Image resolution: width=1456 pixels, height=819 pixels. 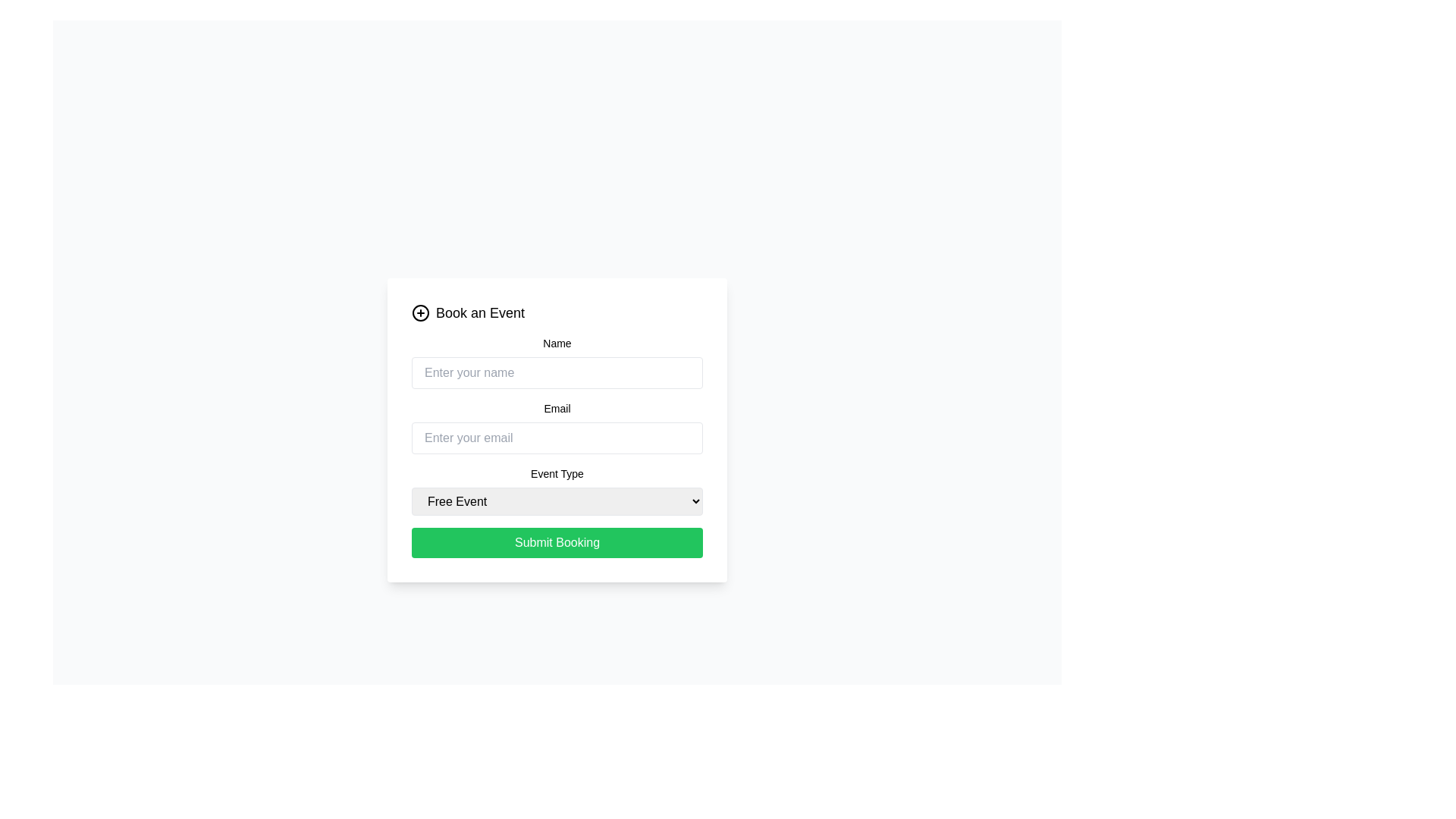 What do you see at coordinates (556, 472) in the screenshot?
I see `the text label that serves as a heading for the dropdown menu labeled 'Free Event', which is located directly above it in the form section` at bounding box center [556, 472].